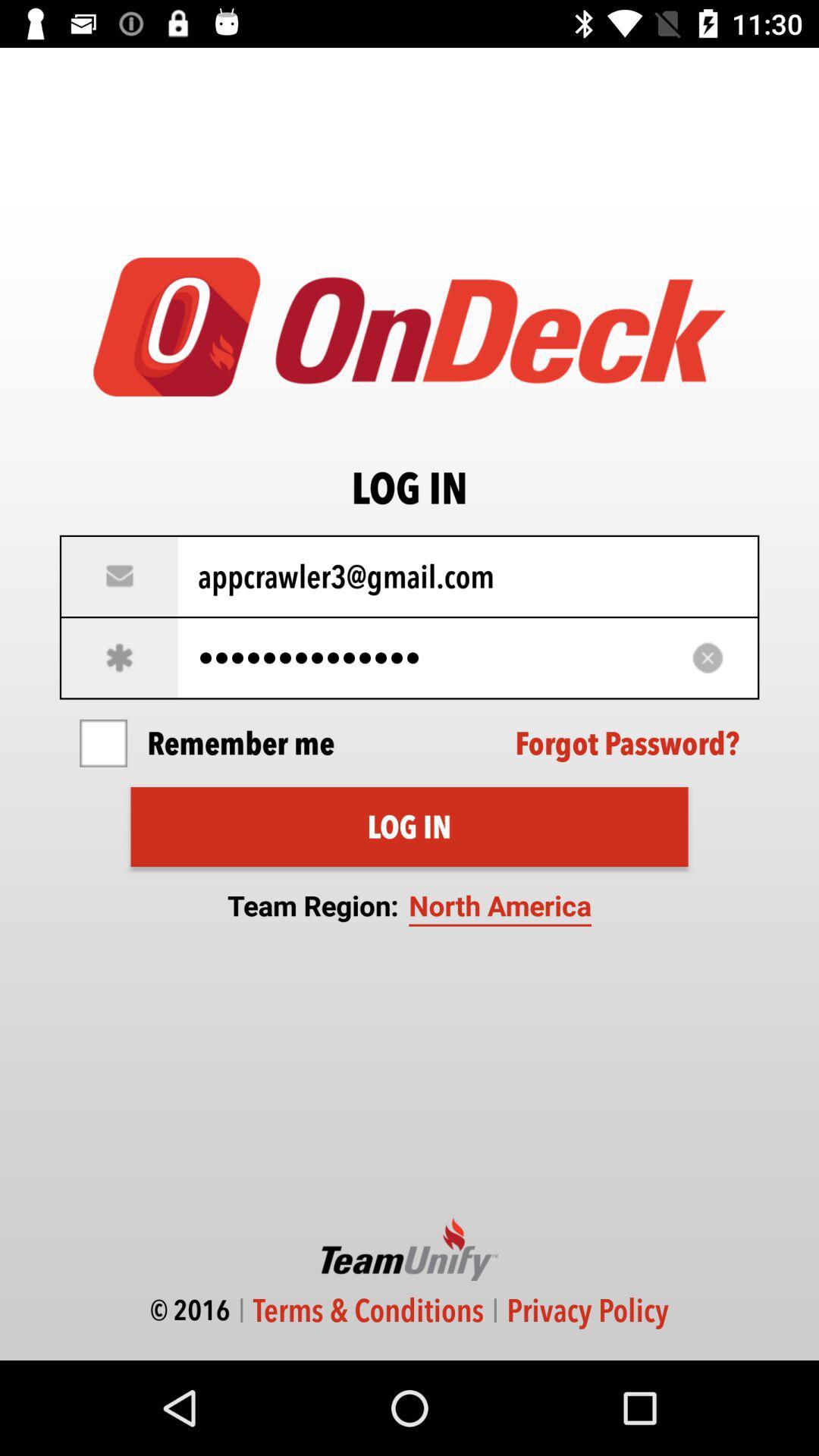 This screenshot has height=1456, width=819. Describe the element at coordinates (409, 326) in the screenshot. I see `the icon ondeck` at that location.